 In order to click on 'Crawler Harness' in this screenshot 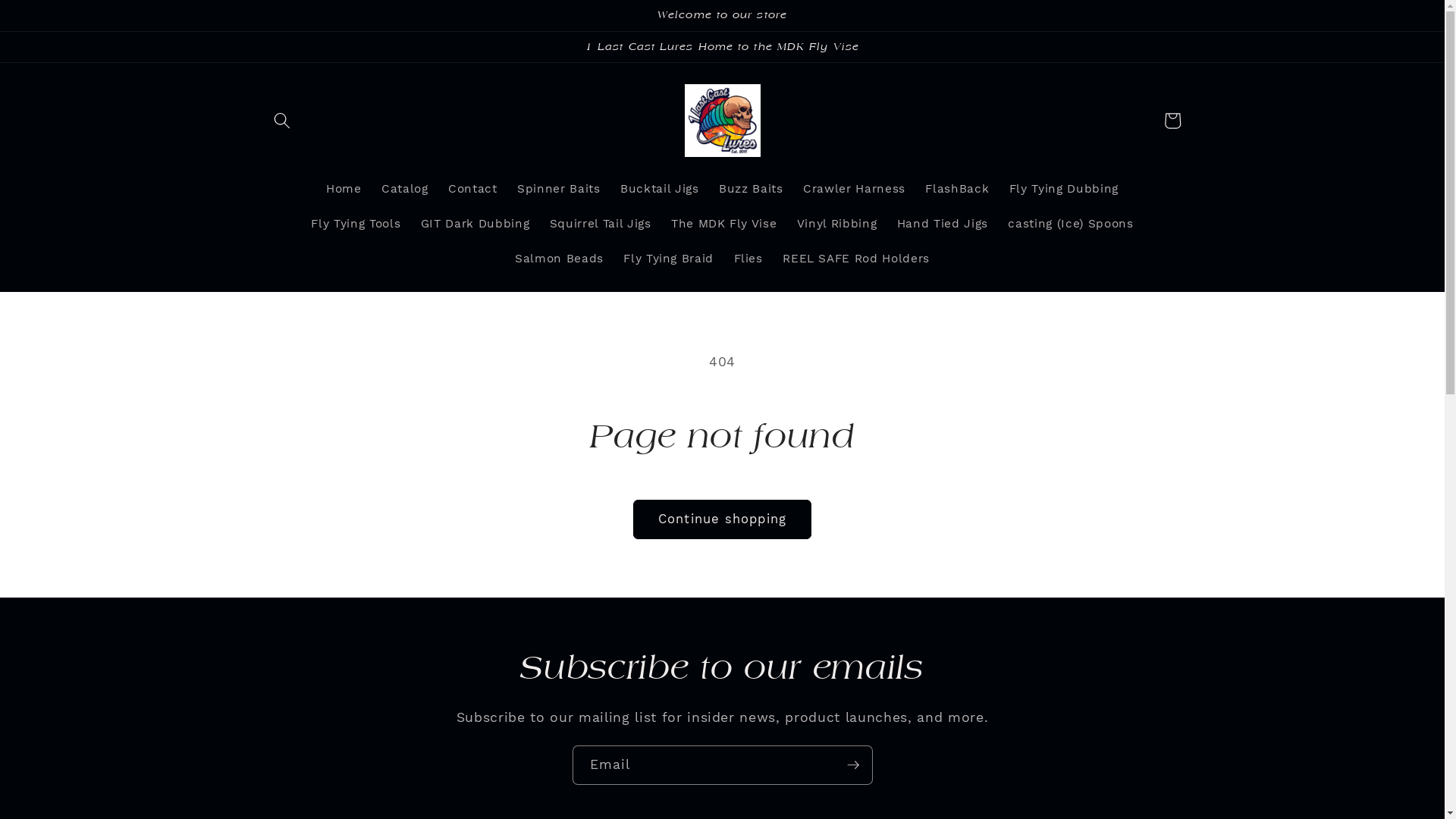, I will do `click(854, 189)`.